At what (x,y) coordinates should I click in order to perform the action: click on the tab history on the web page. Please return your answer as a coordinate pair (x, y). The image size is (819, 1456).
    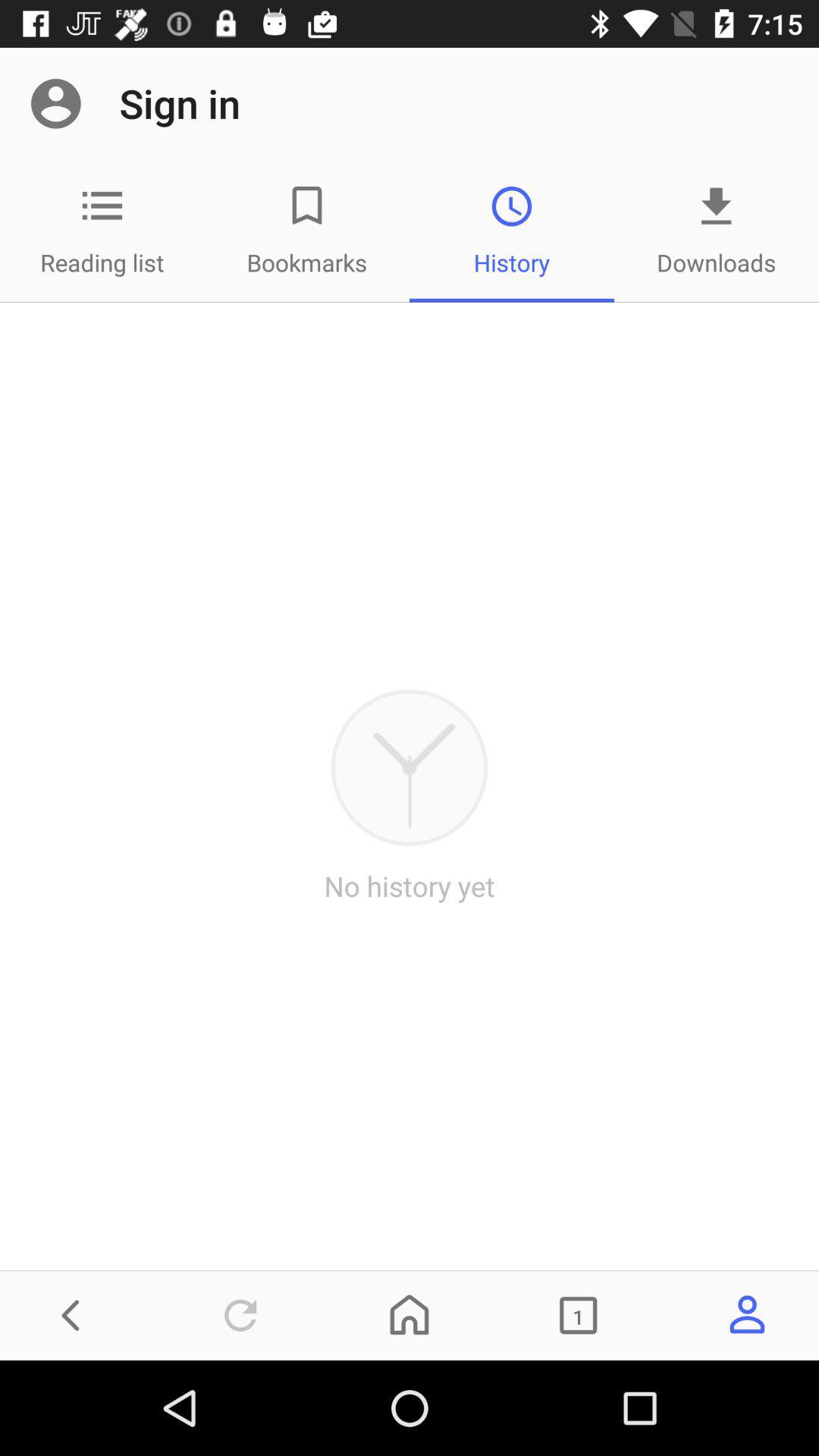
    Looking at the image, I should click on (512, 230).